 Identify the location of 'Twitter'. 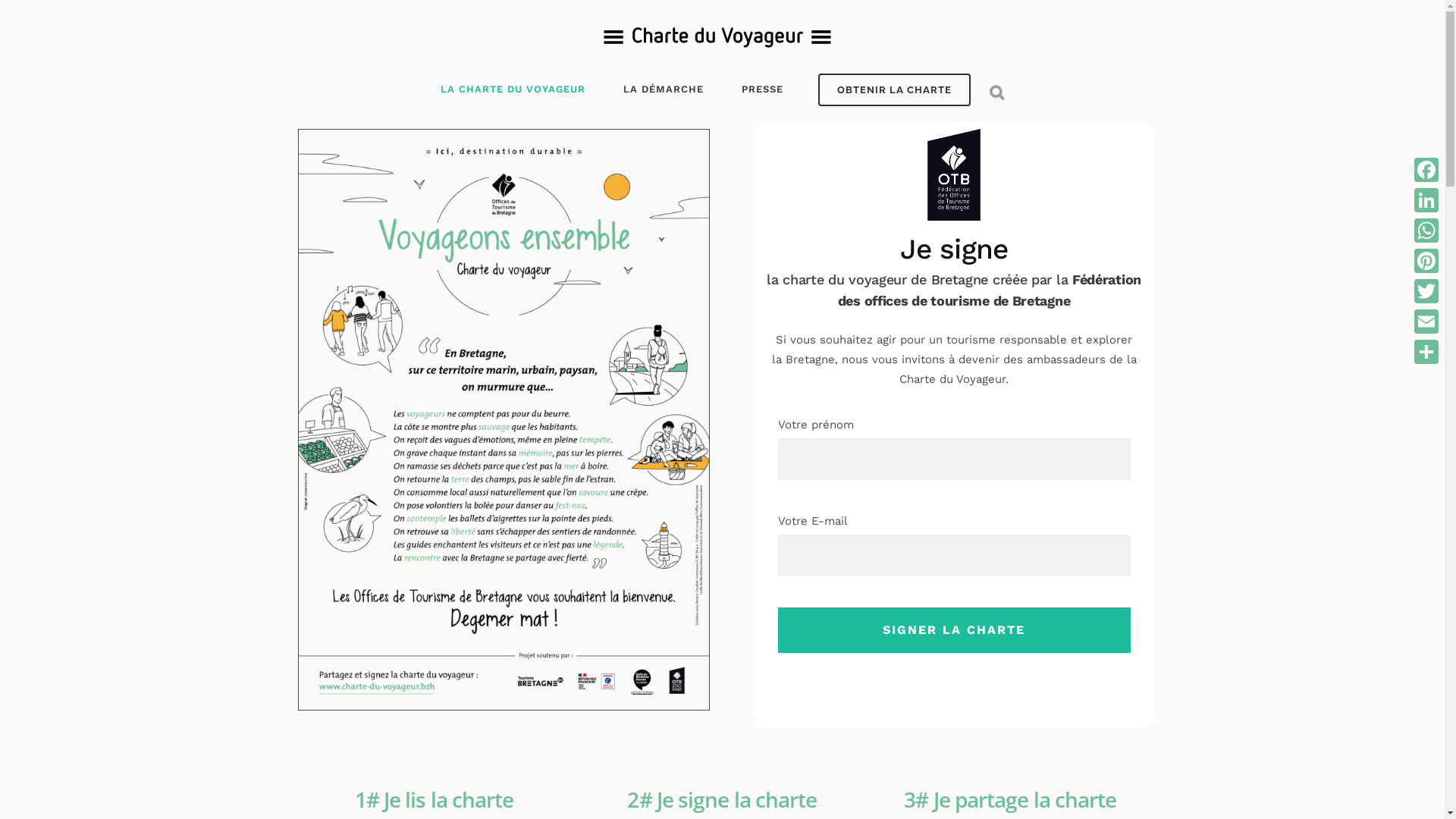
(1426, 291).